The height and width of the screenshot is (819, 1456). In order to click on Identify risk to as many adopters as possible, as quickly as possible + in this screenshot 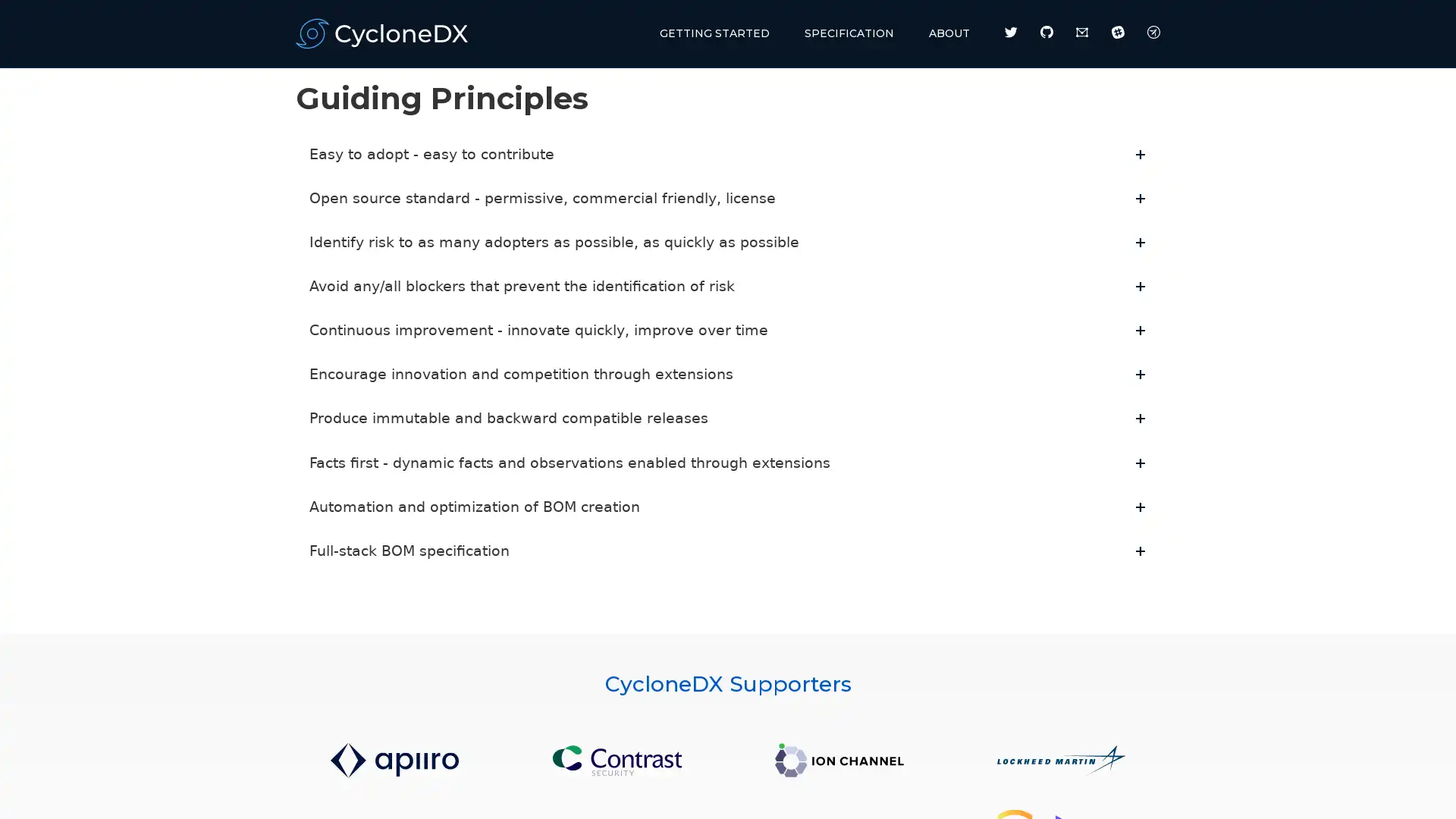, I will do `click(728, 242)`.